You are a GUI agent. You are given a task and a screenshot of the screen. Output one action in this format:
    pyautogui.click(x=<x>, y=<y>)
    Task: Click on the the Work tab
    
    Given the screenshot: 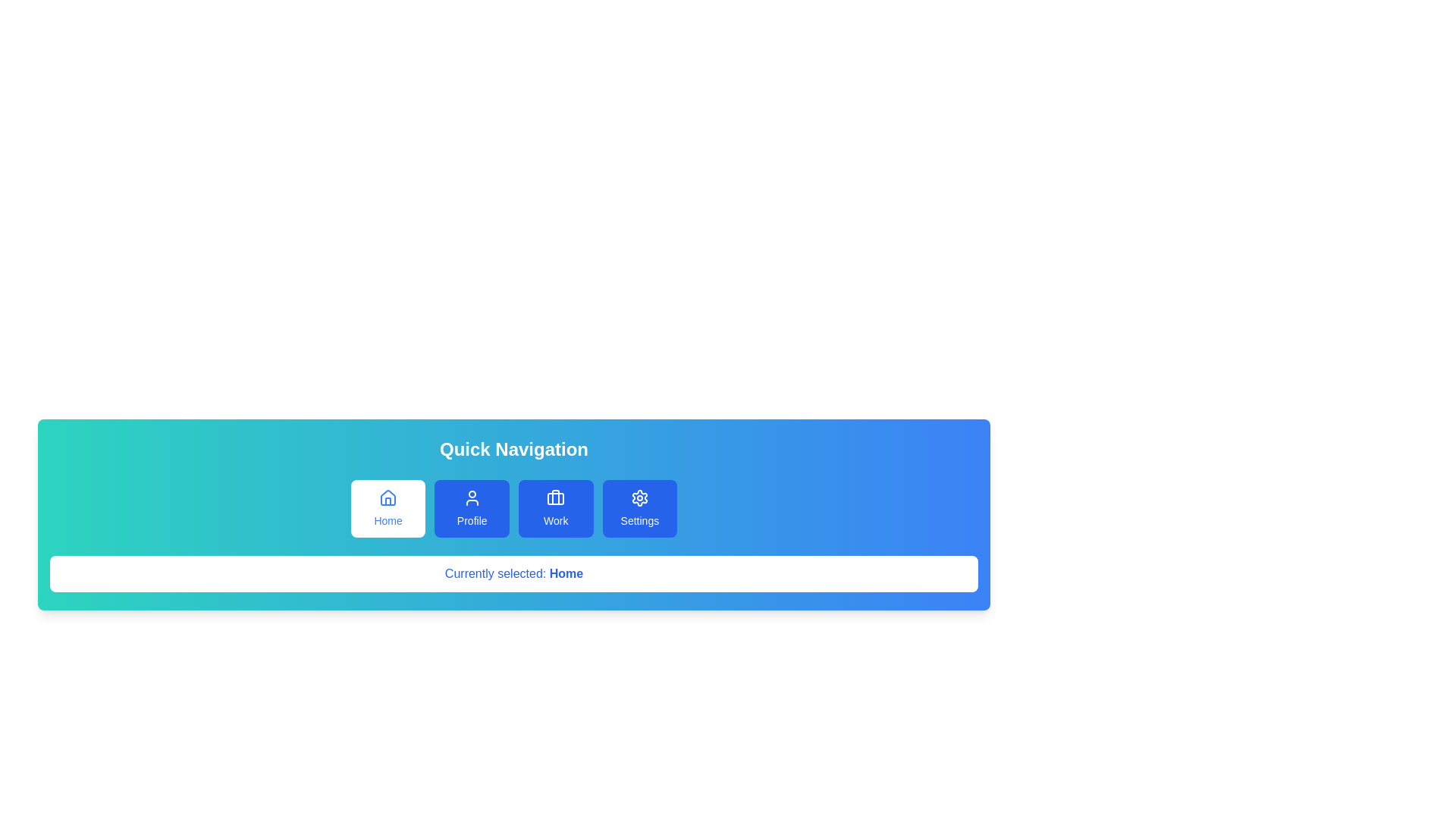 What is the action you would take?
    pyautogui.click(x=555, y=509)
    